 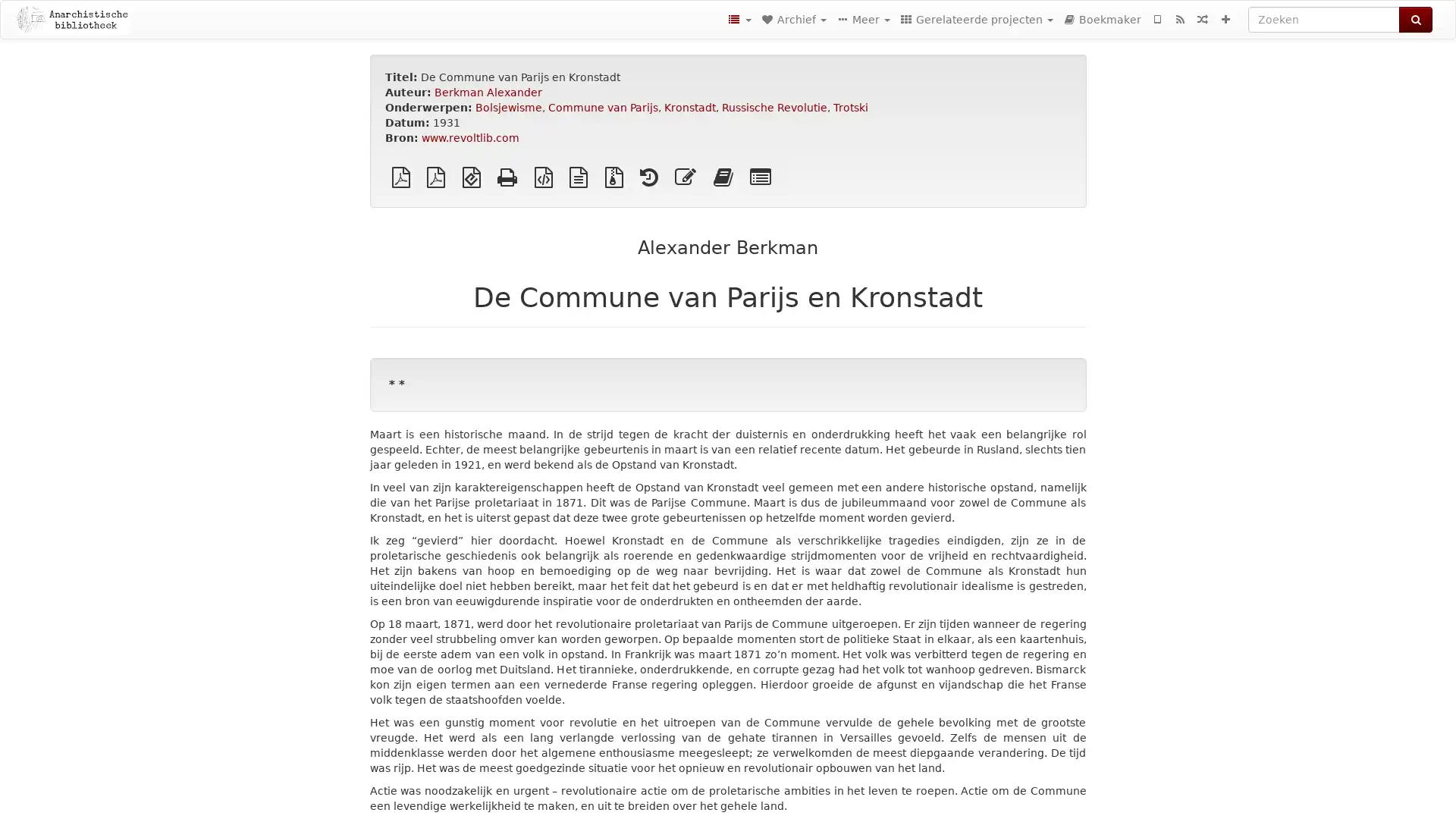 I want to click on Zoeken, so click(x=1415, y=20).